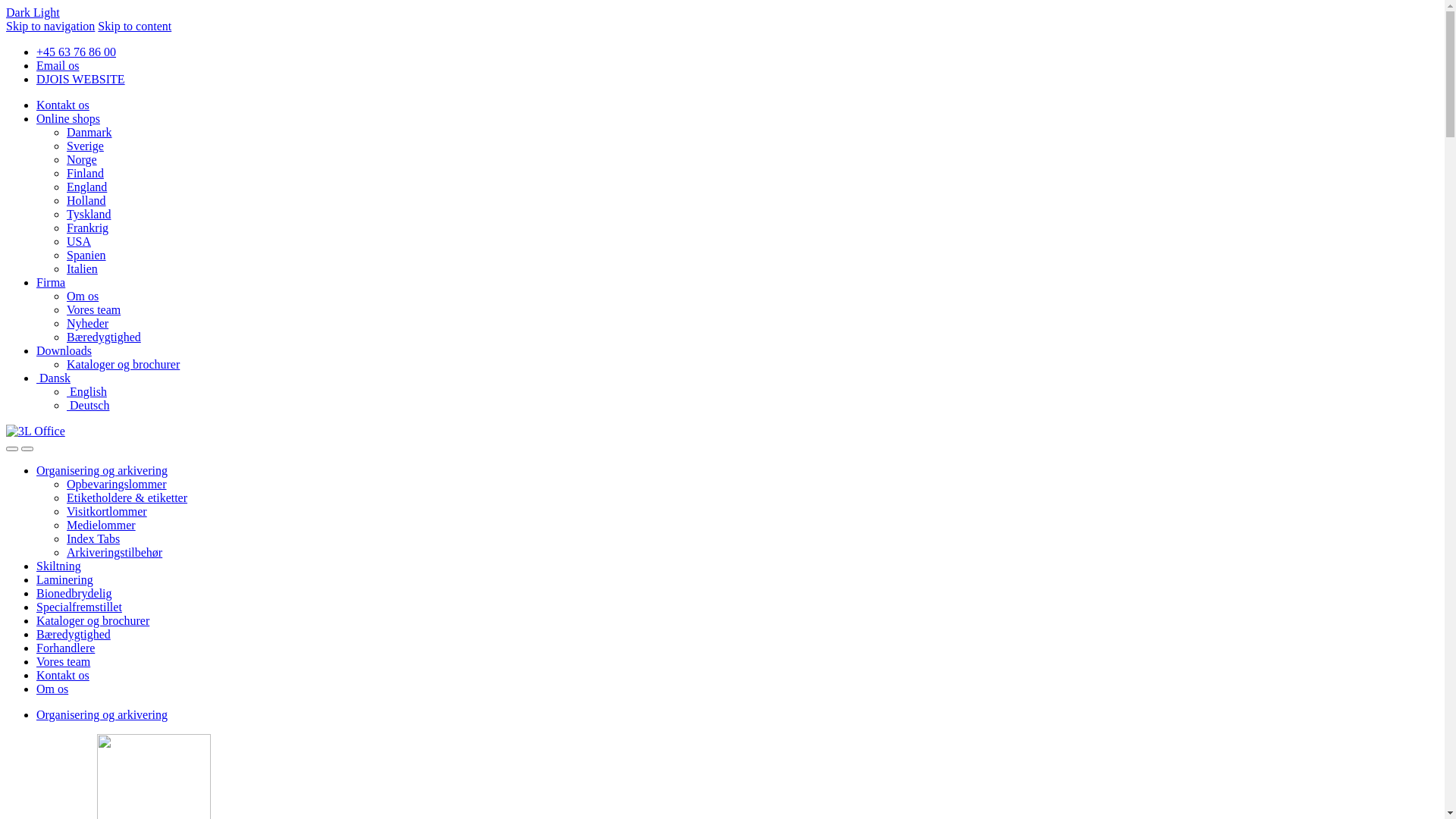  Describe the element at coordinates (86, 254) in the screenshot. I see `'Spanien'` at that location.